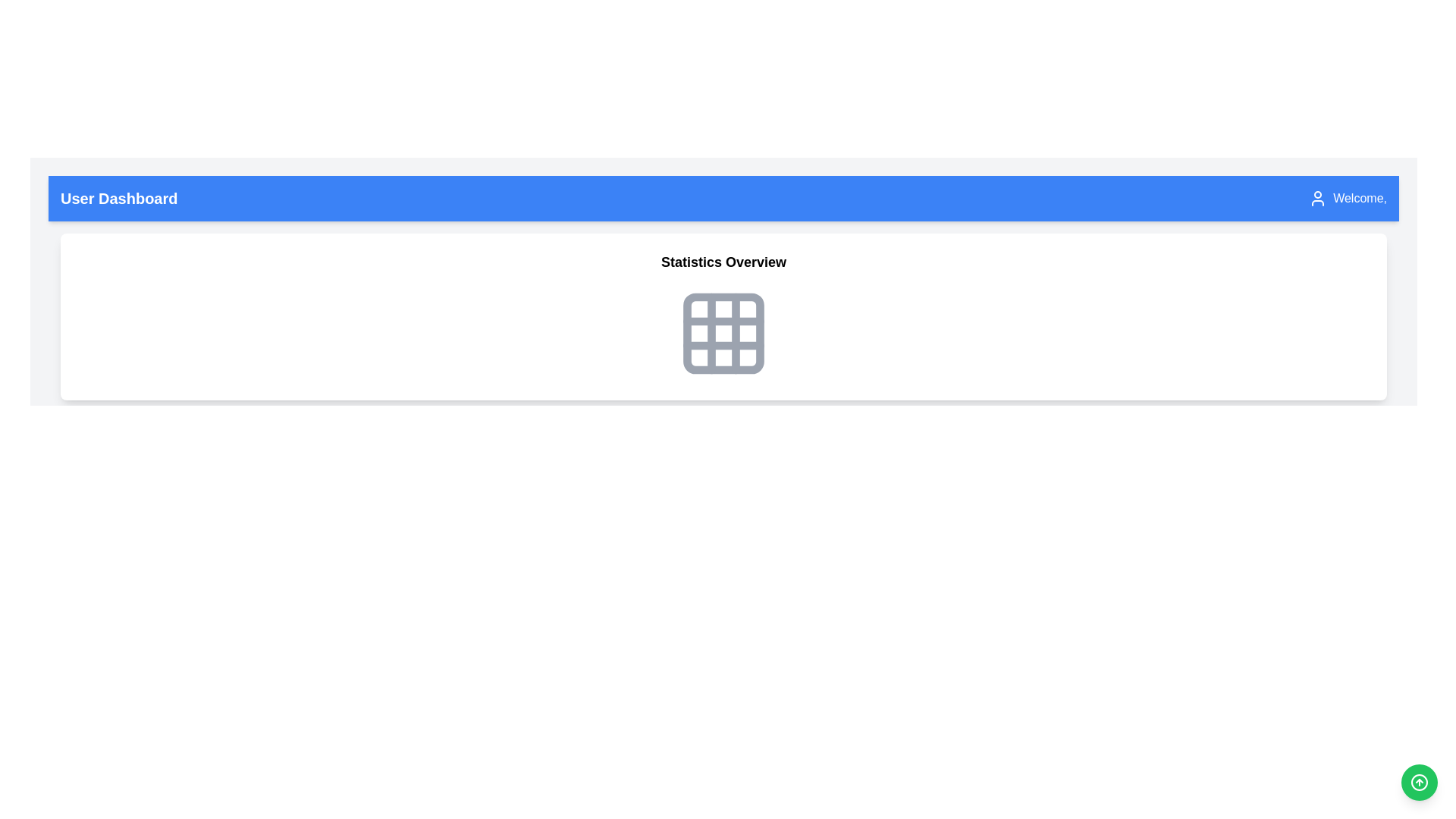 The image size is (1456, 819). What do you see at coordinates (1419, 783) in the screenshot?
I see `the upward arrow icon, which is a circle within a circular button located in the bottom-right corner of the interface` at bounding box center [1419, 783].